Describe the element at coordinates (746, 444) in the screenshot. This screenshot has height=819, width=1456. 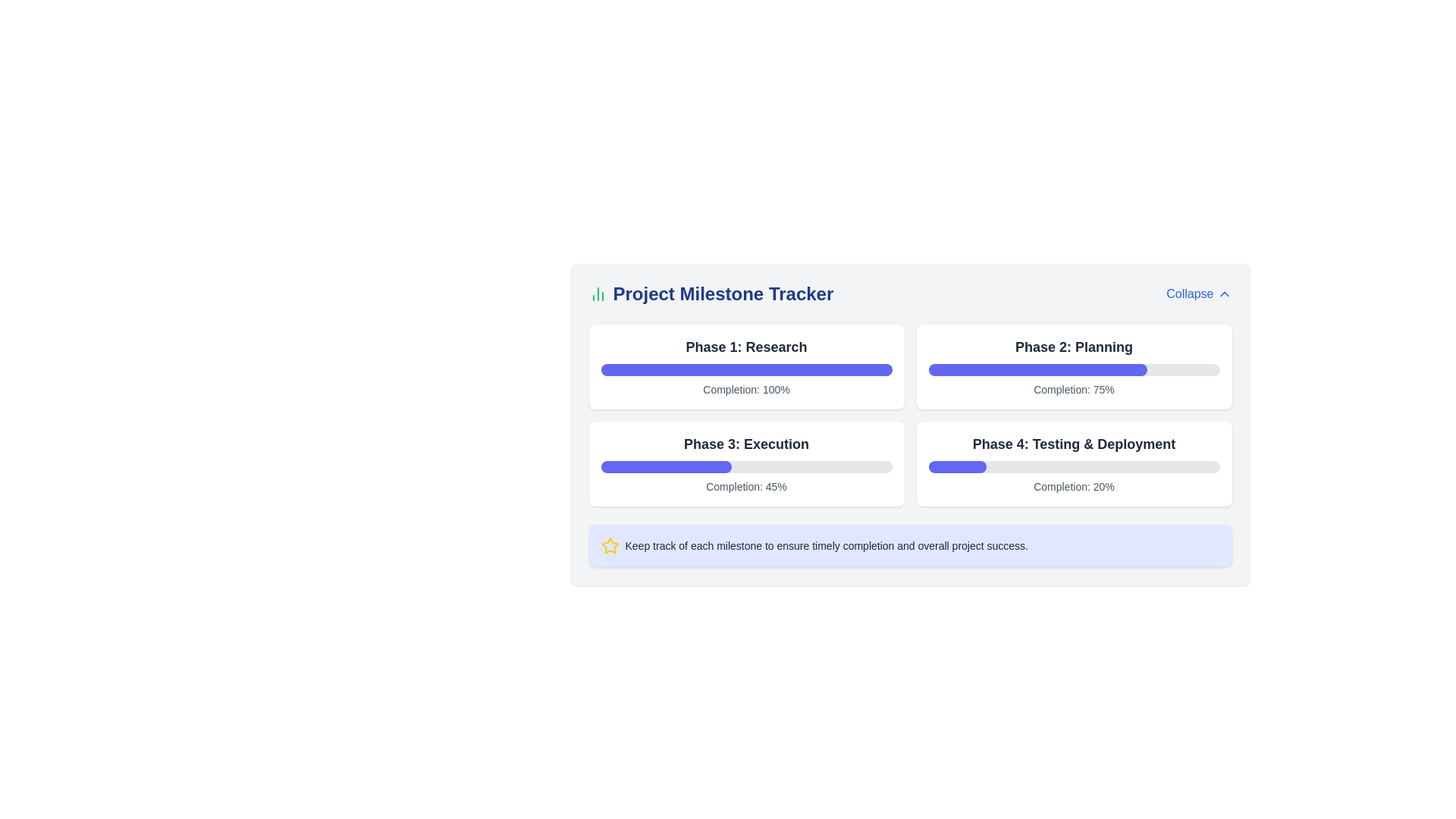
I see `the header text 'Phase 3: Execution' which is styled in a bold, large dark gray font, located in the bottom-left section of the milestone tracker grid` at that location.